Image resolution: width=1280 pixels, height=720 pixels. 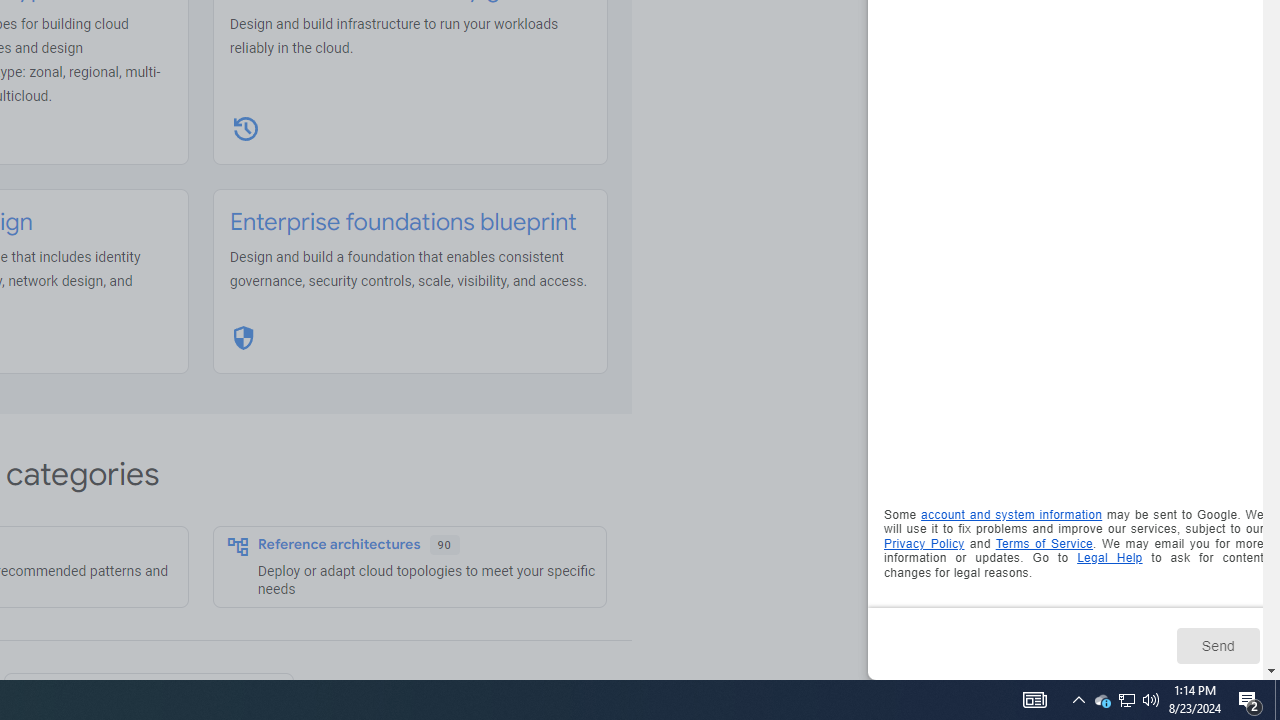 I want to click on 'account and system information', so click(x=1012, y=514).